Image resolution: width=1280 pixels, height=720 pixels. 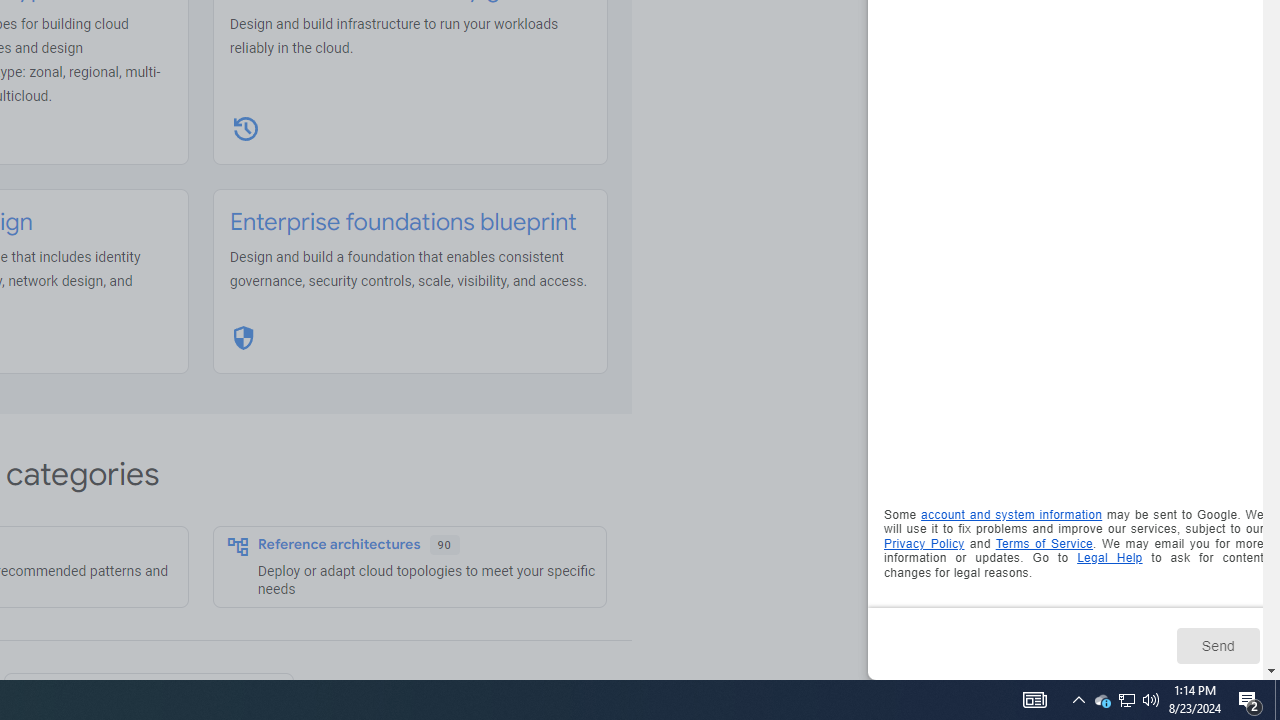 I want to click on 'account and system information', so click(x=1012, y=514).